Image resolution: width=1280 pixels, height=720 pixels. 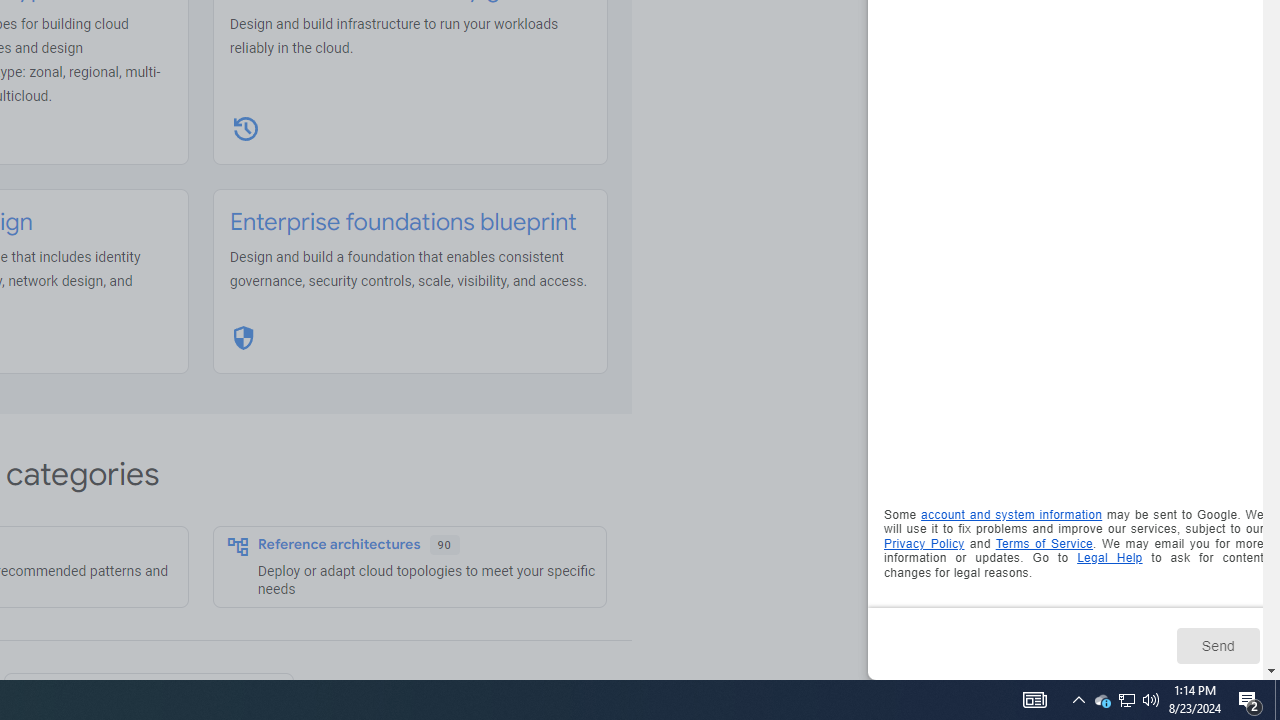 I want to click on 'account and system information', so click(x=1012, y=514).